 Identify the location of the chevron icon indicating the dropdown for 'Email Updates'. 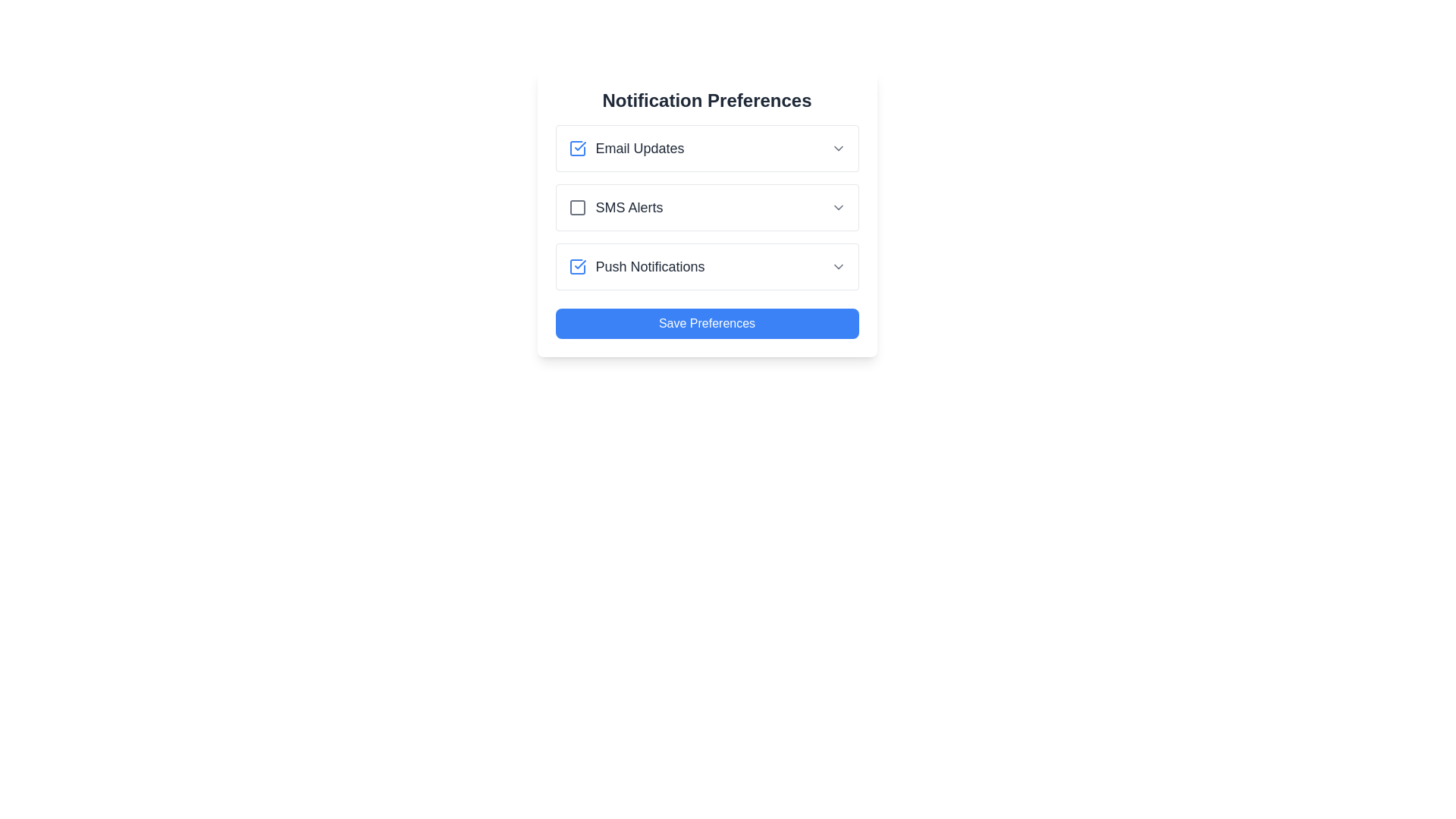
(837, 149).